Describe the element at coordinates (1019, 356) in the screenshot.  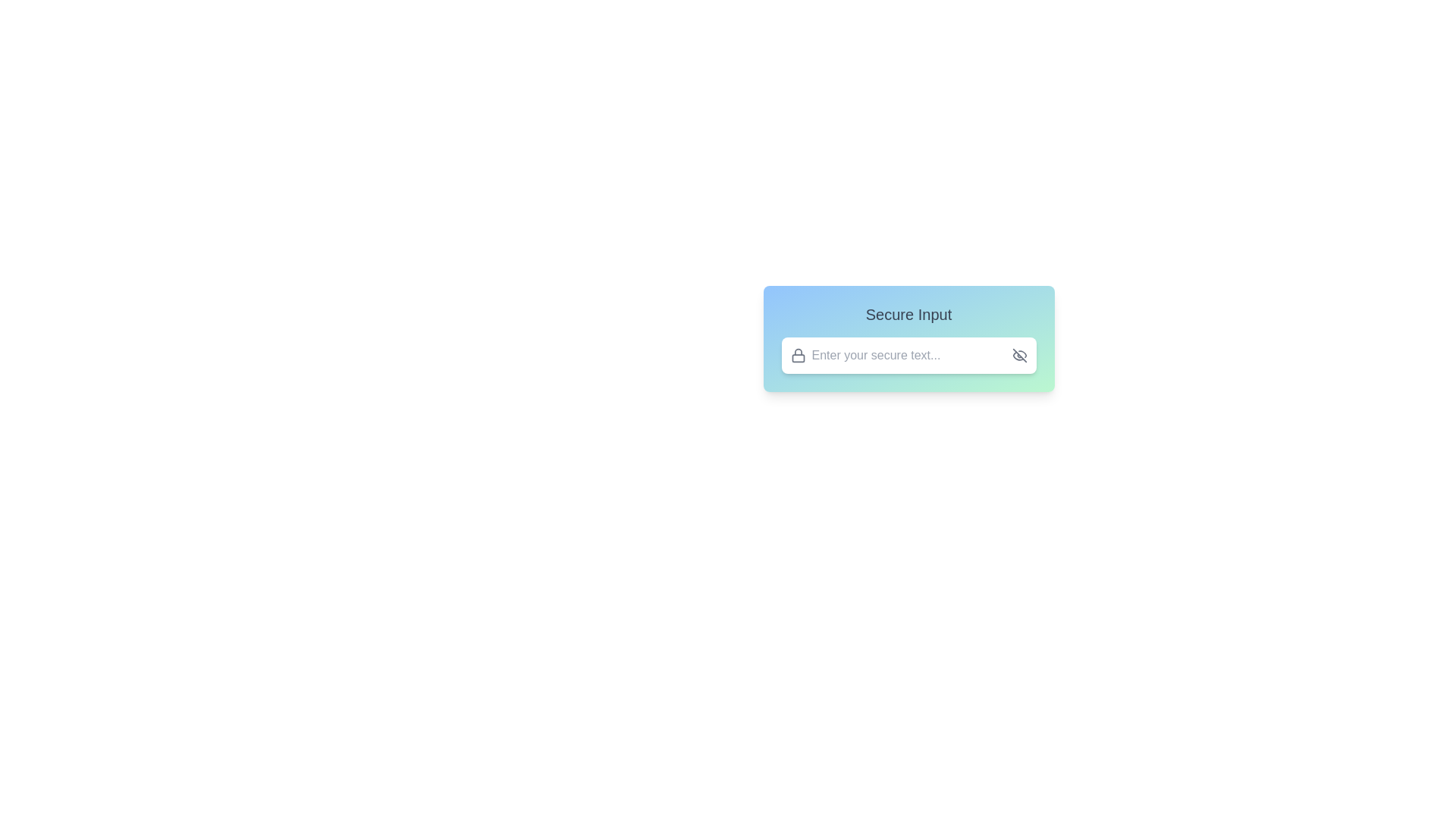
I see `the icon button resembling a crossed-out eye, located to the far right of the password input field` at that location.